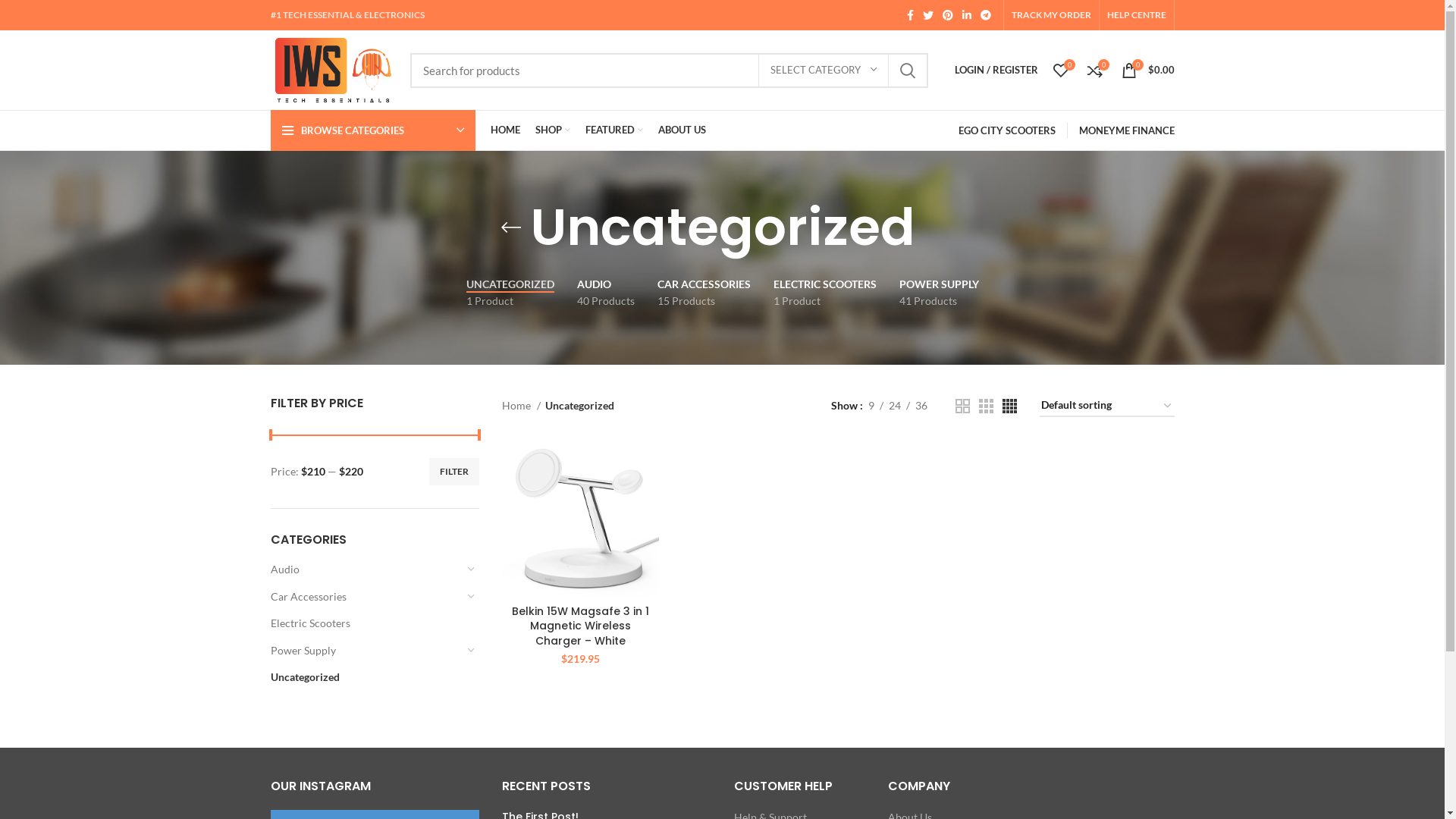 This screenshot has width=1456, height=819. What do you see at coordinates (453, 470) in the screenshot?
I see `'FILTER'` at bounding box center [453, 470].